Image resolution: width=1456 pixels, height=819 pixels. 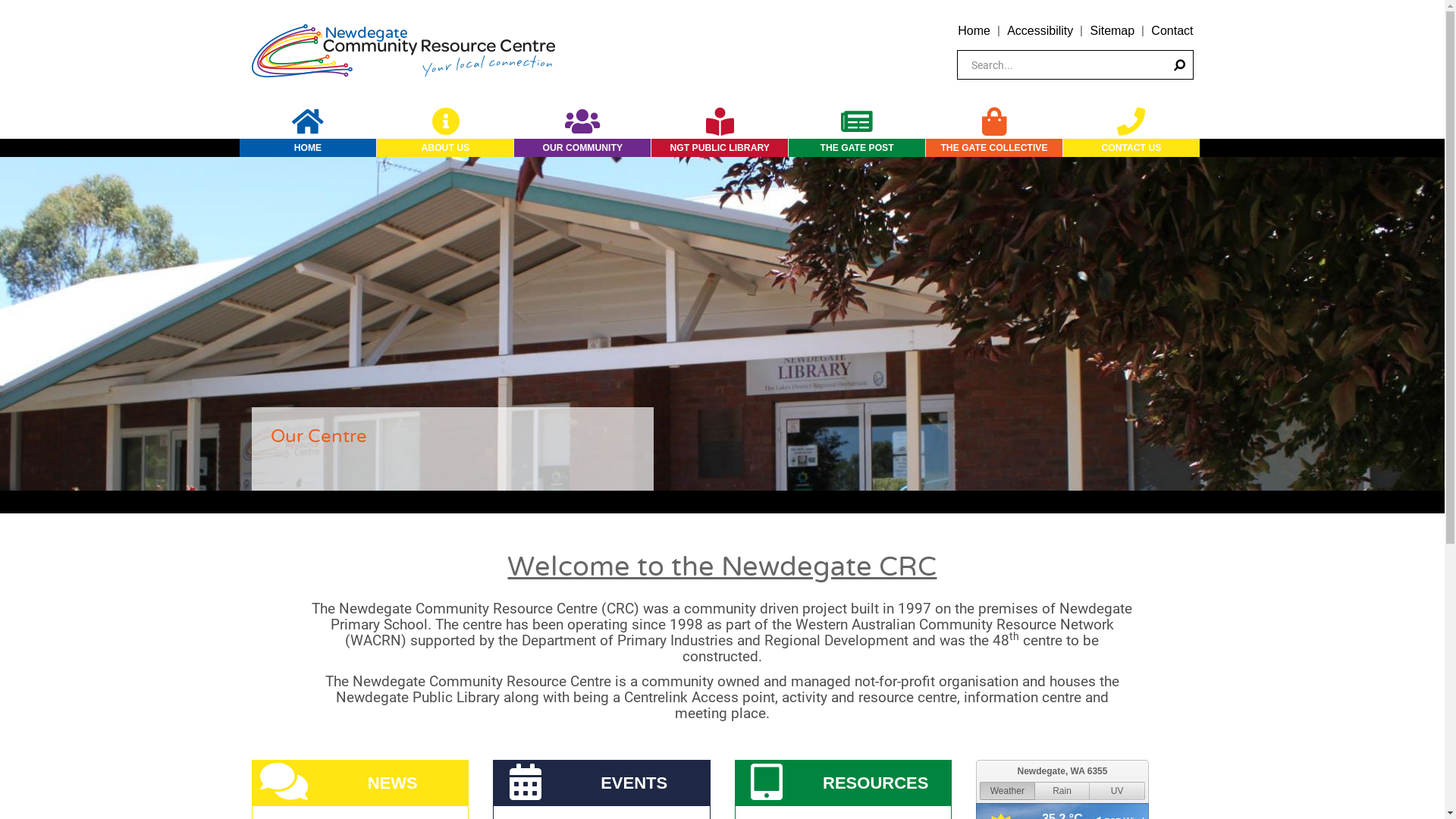 I want to click on 'ABOUT US', so click(x=444, y=148).